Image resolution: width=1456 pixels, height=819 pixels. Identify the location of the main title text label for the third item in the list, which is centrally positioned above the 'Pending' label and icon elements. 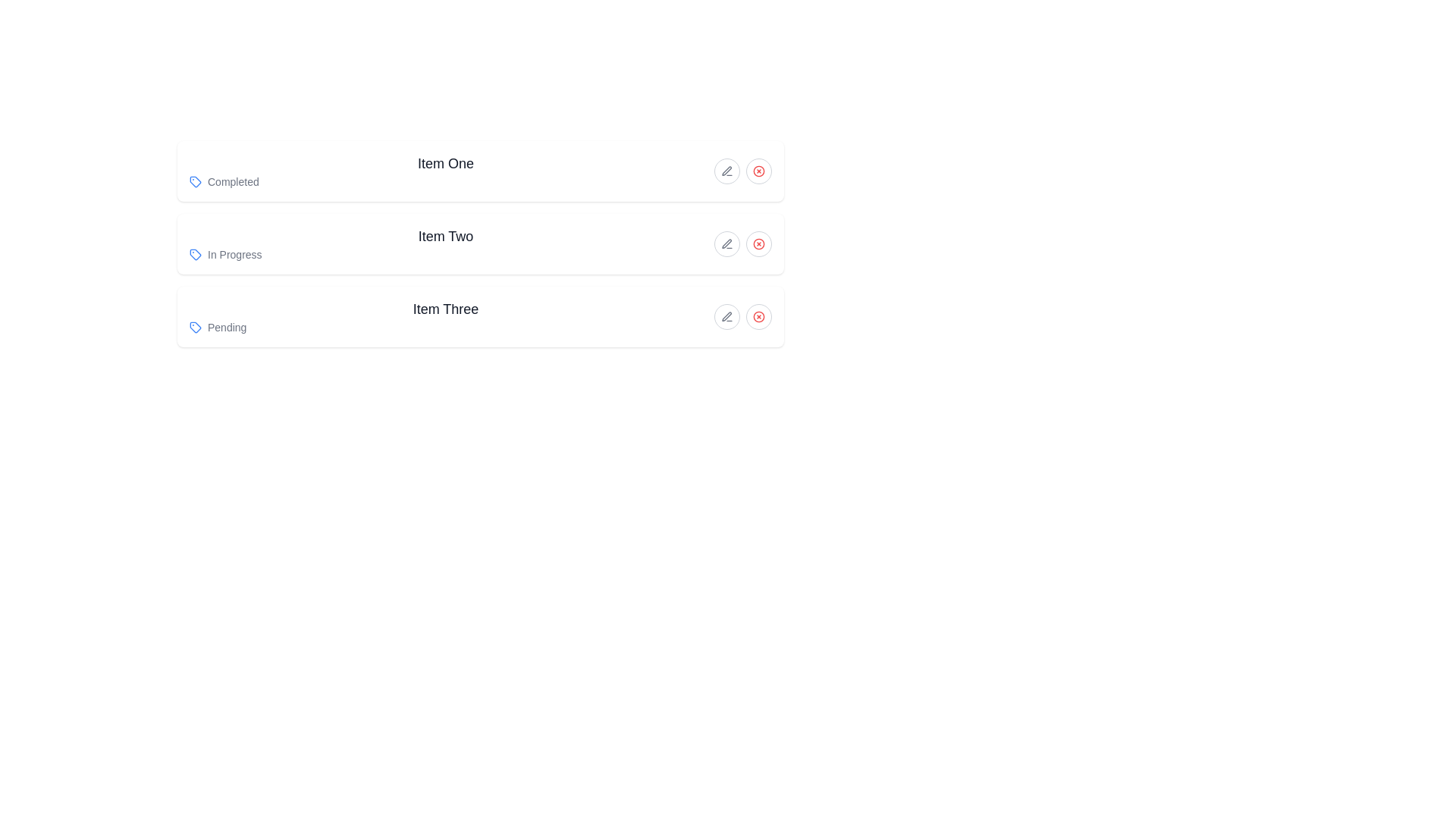
(445, 309).